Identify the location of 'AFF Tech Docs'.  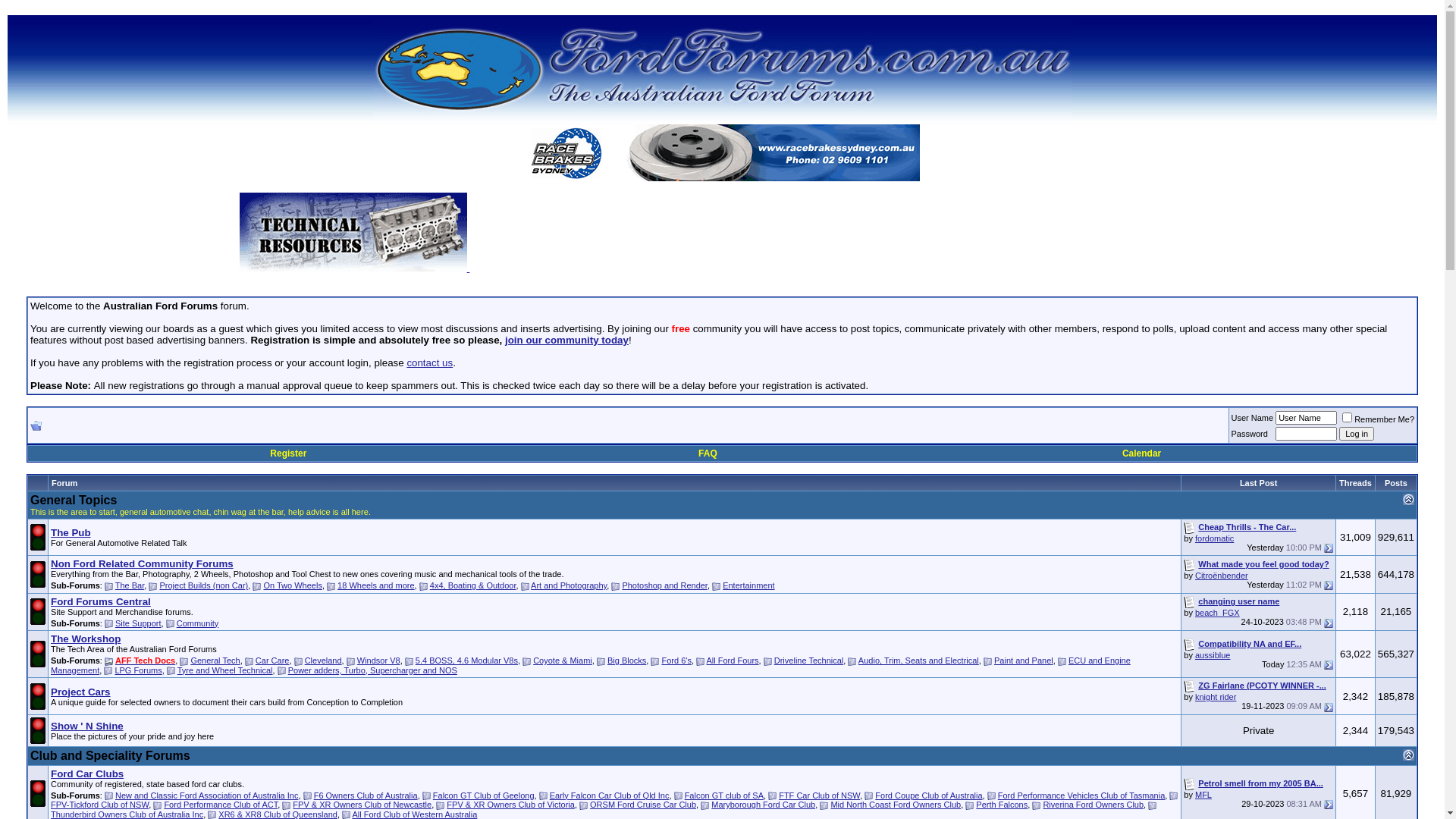
(145, 660).